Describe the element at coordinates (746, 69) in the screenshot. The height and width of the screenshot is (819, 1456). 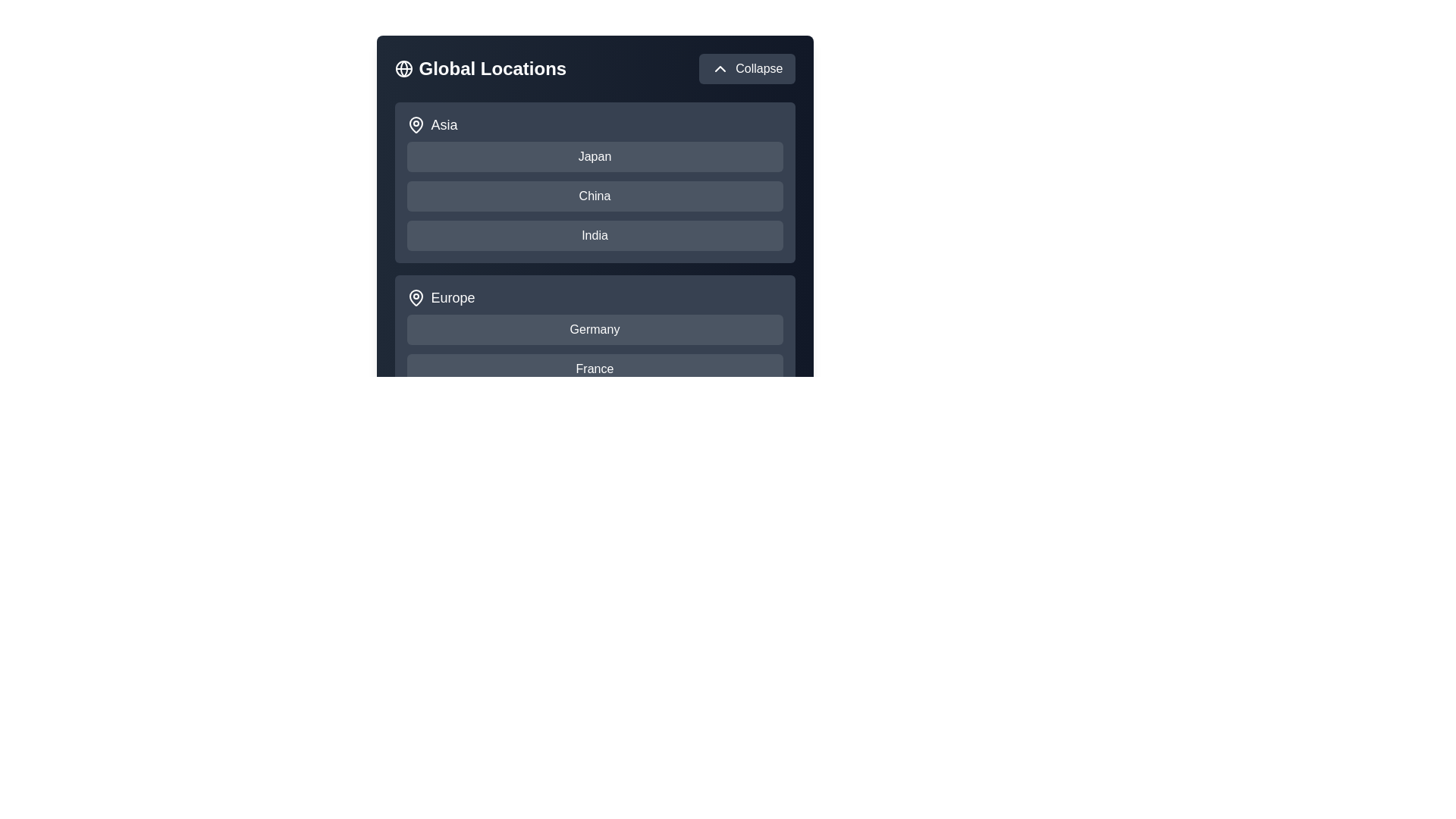
I see `'Collapse' button to collapse the global locations list` at that location.